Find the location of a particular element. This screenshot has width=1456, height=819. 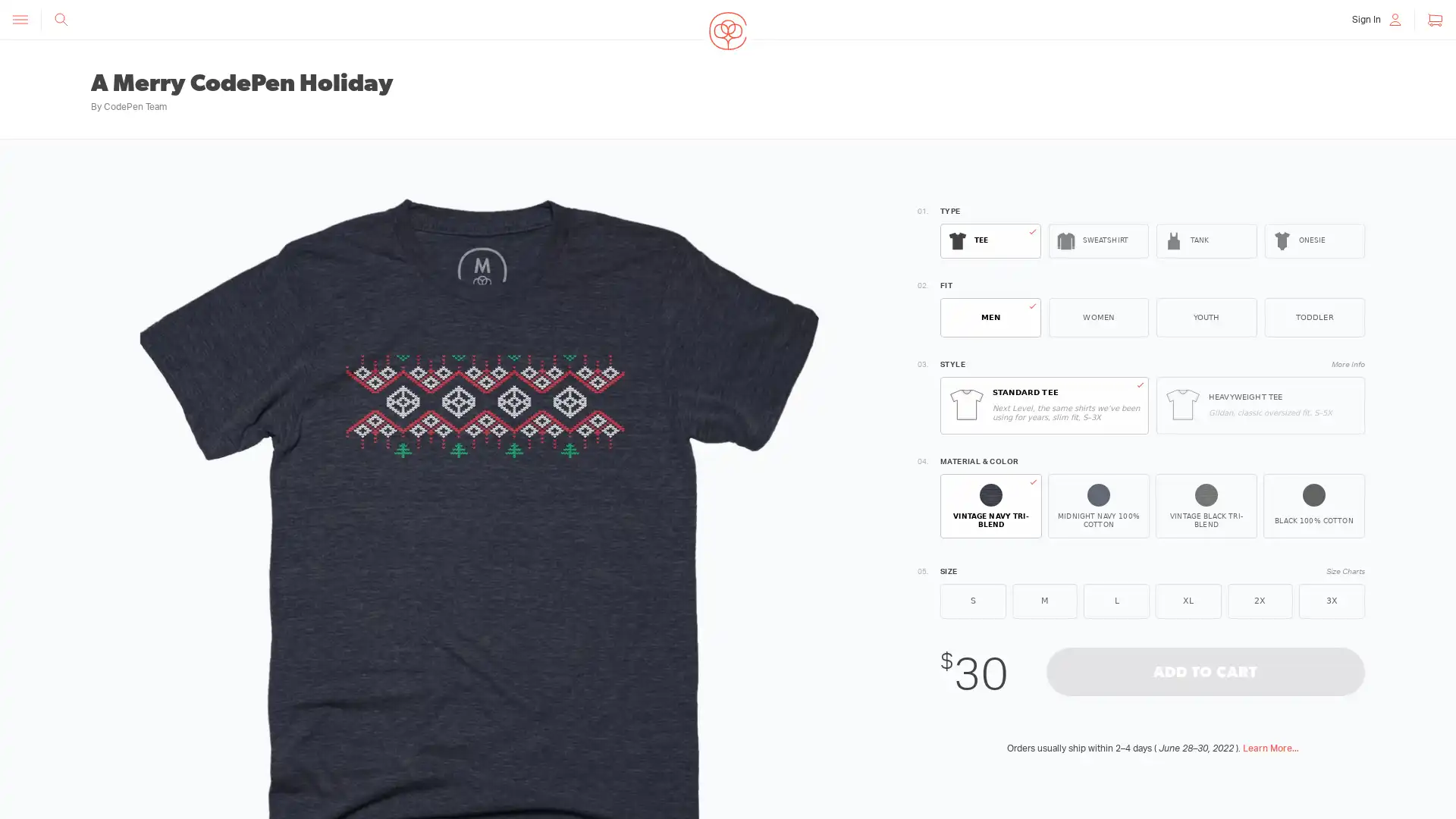

WOMEN is located at coordinates (1098, 317).